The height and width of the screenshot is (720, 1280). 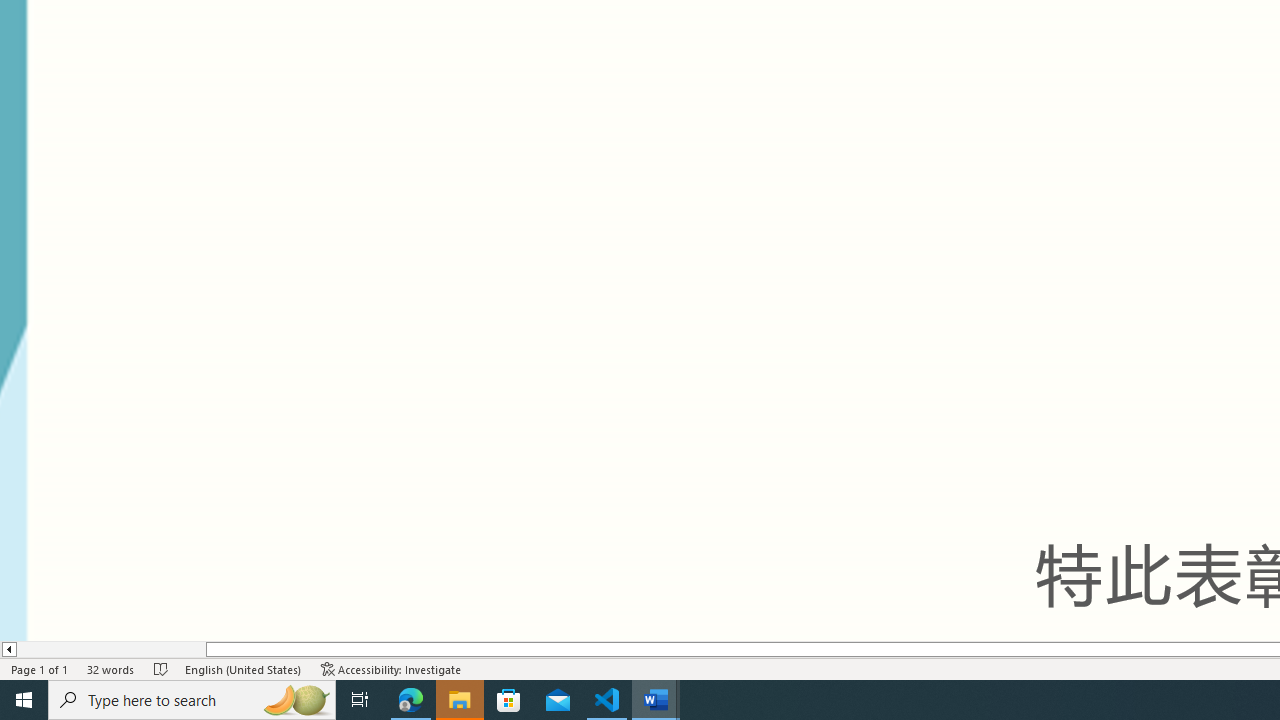 I want to click on 'Word Count 32 words', so click(x=110, y=669).